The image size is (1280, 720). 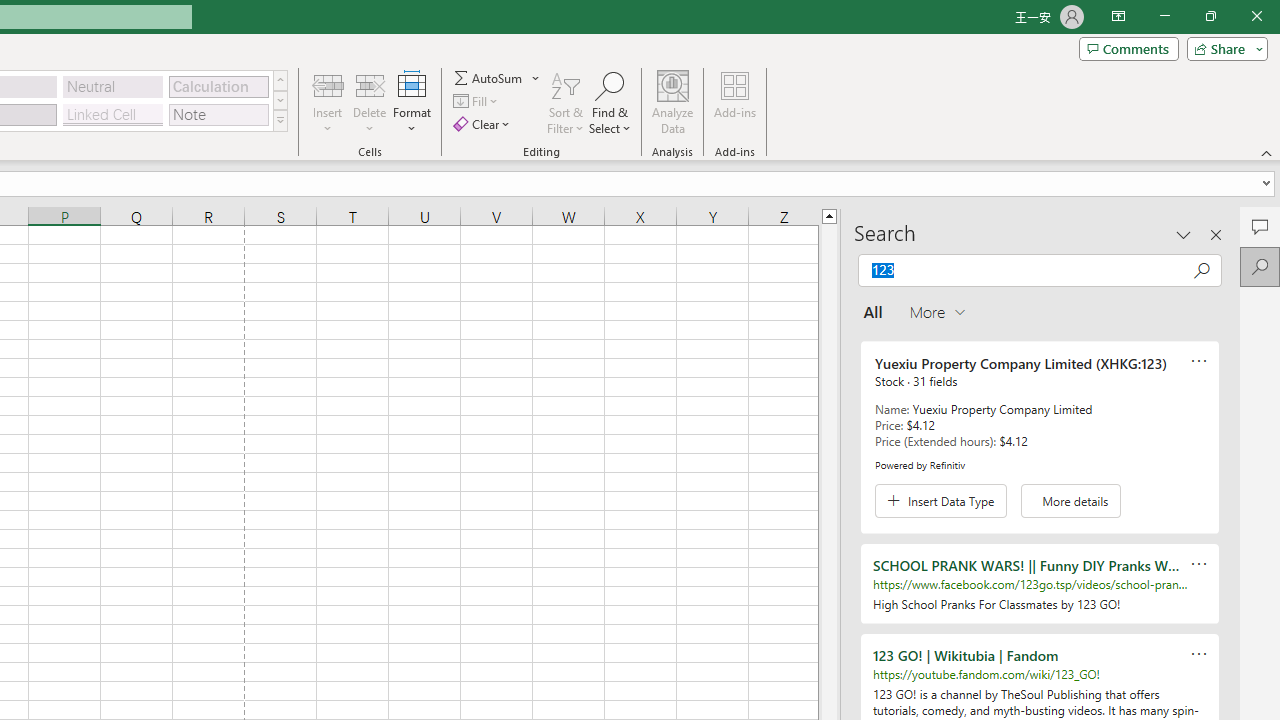 I want to click on 'Sum', so click(x=489, y=77).